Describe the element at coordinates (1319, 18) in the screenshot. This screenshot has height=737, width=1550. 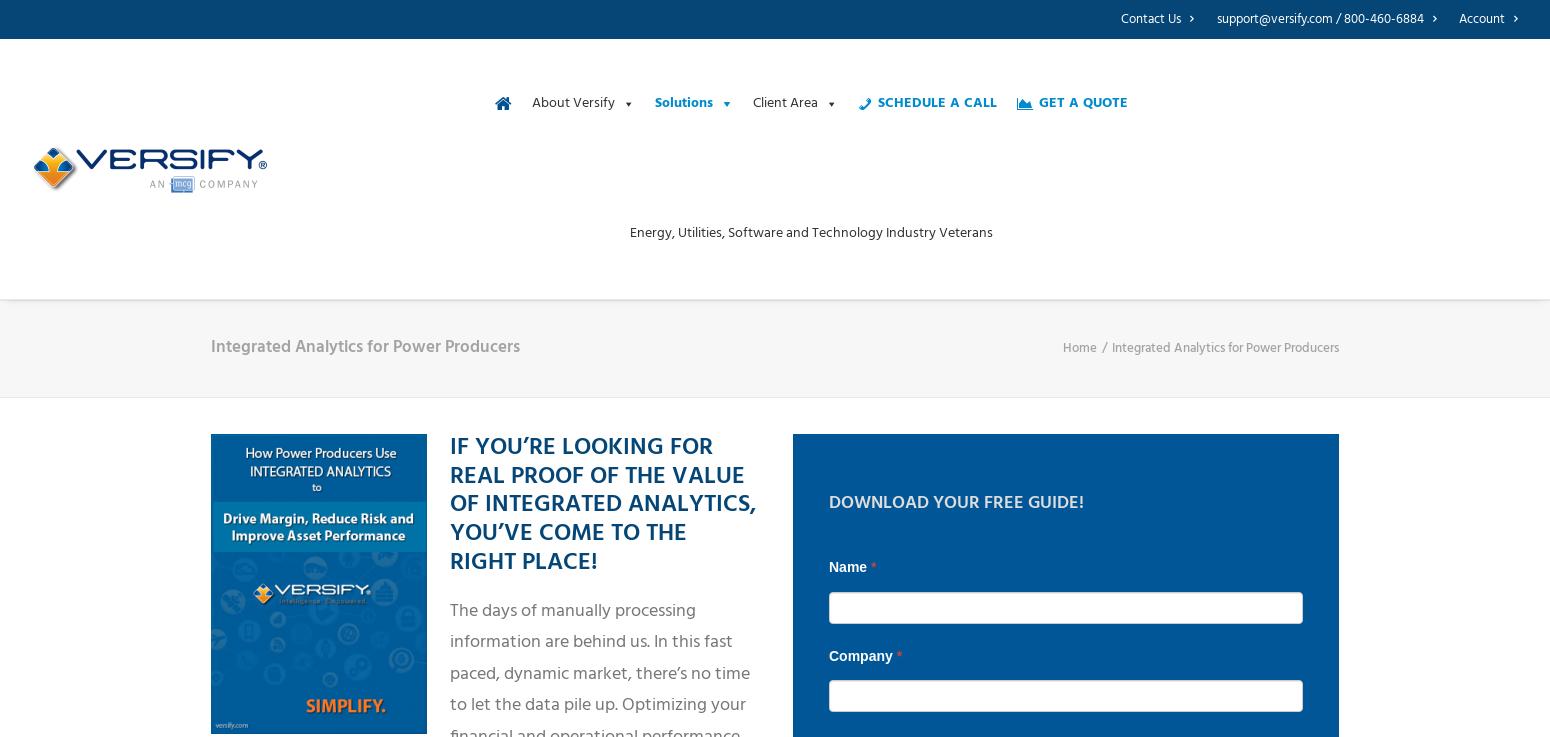
I see `'support@versify.com / 800-460-6884'` at that location.